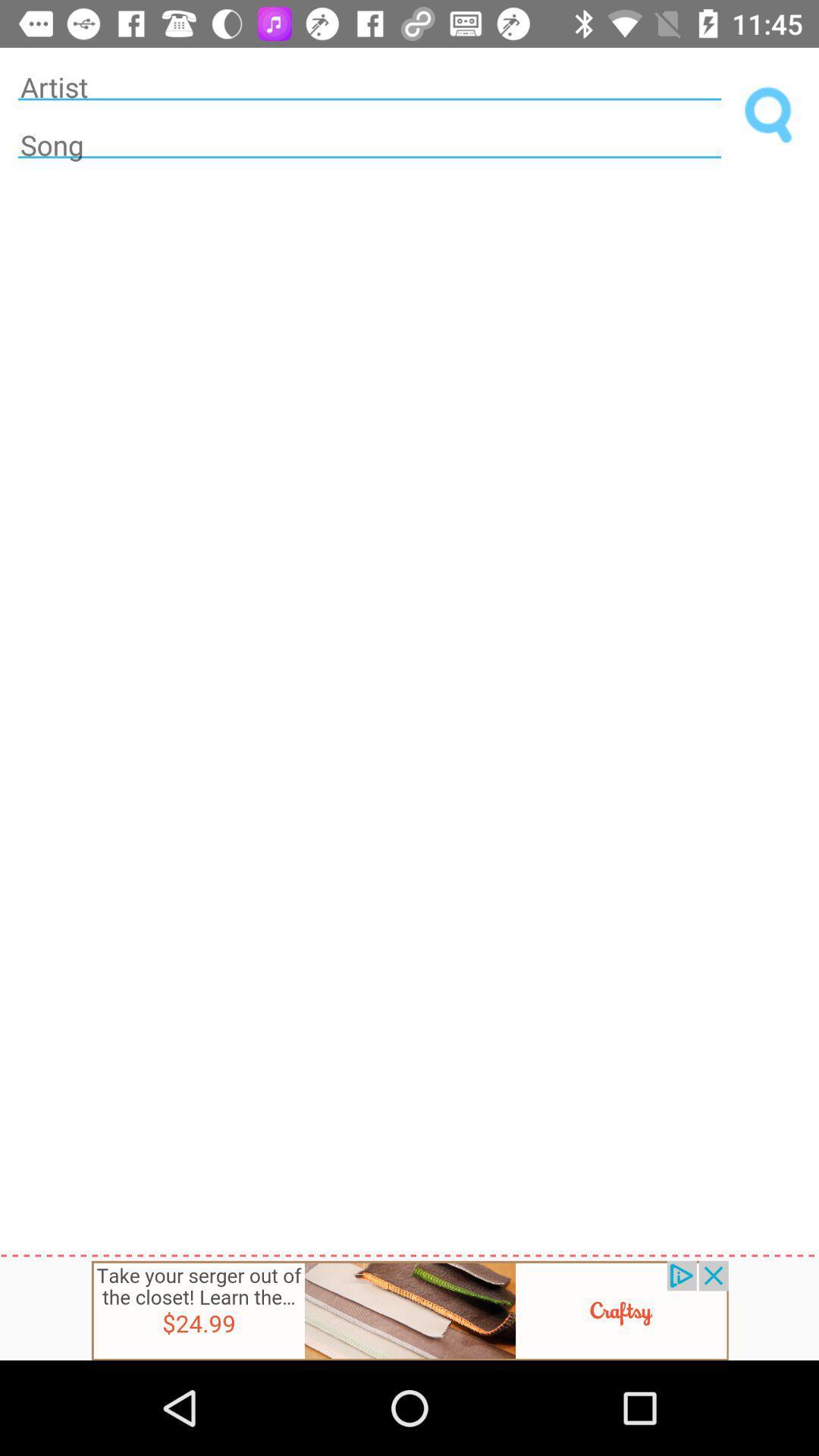 The height and width of the screenshot is (1456, 819). What do you see at coordinates (369, 86) in the screenshot?
I see `type in artist name` at bounding box center [369, 86].